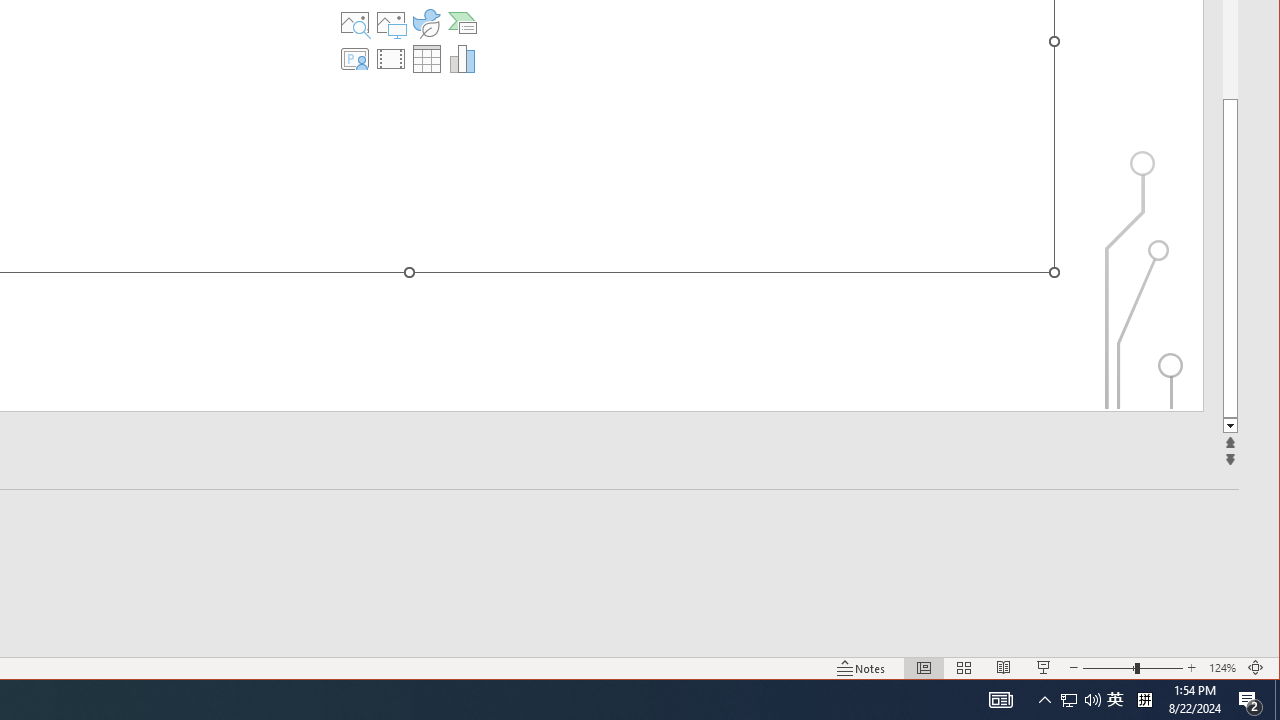 The height and width of the screenshot is (720, 1280). I want to click on 'Insert Cameo', so click(355, 58).